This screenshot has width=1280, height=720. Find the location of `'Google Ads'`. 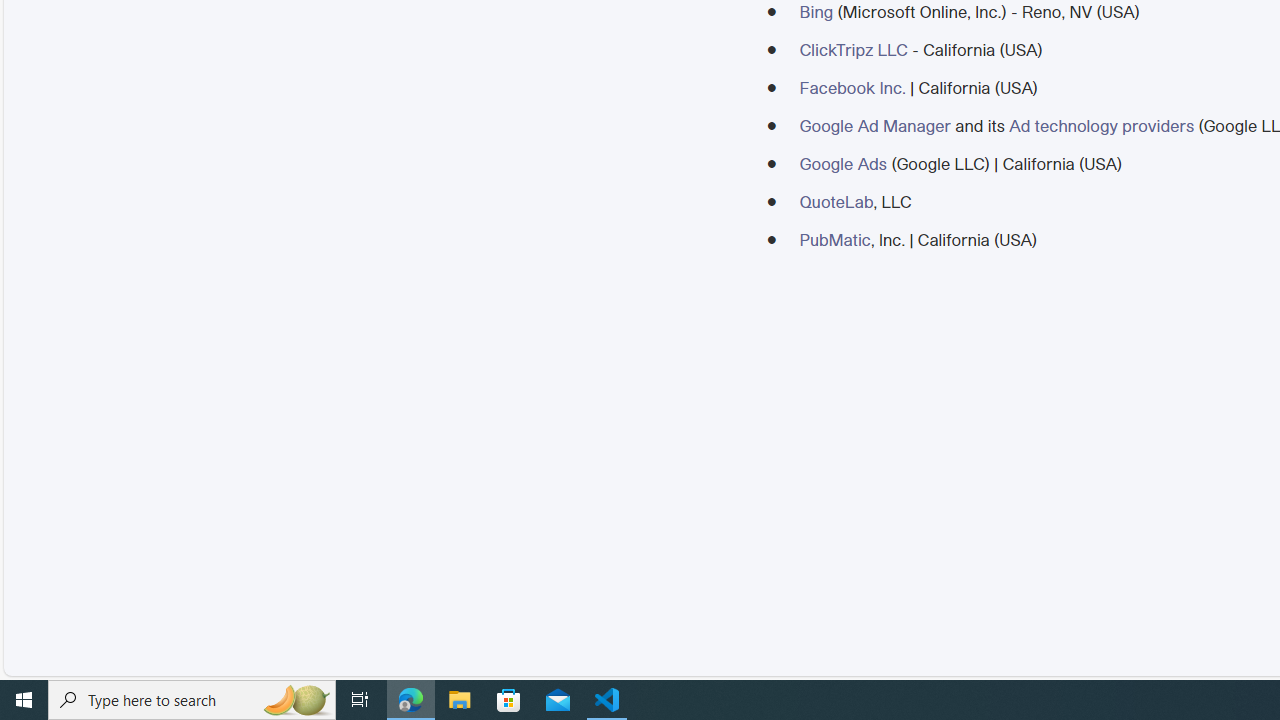

'Google Ads' is located at coordinates (842, 162).